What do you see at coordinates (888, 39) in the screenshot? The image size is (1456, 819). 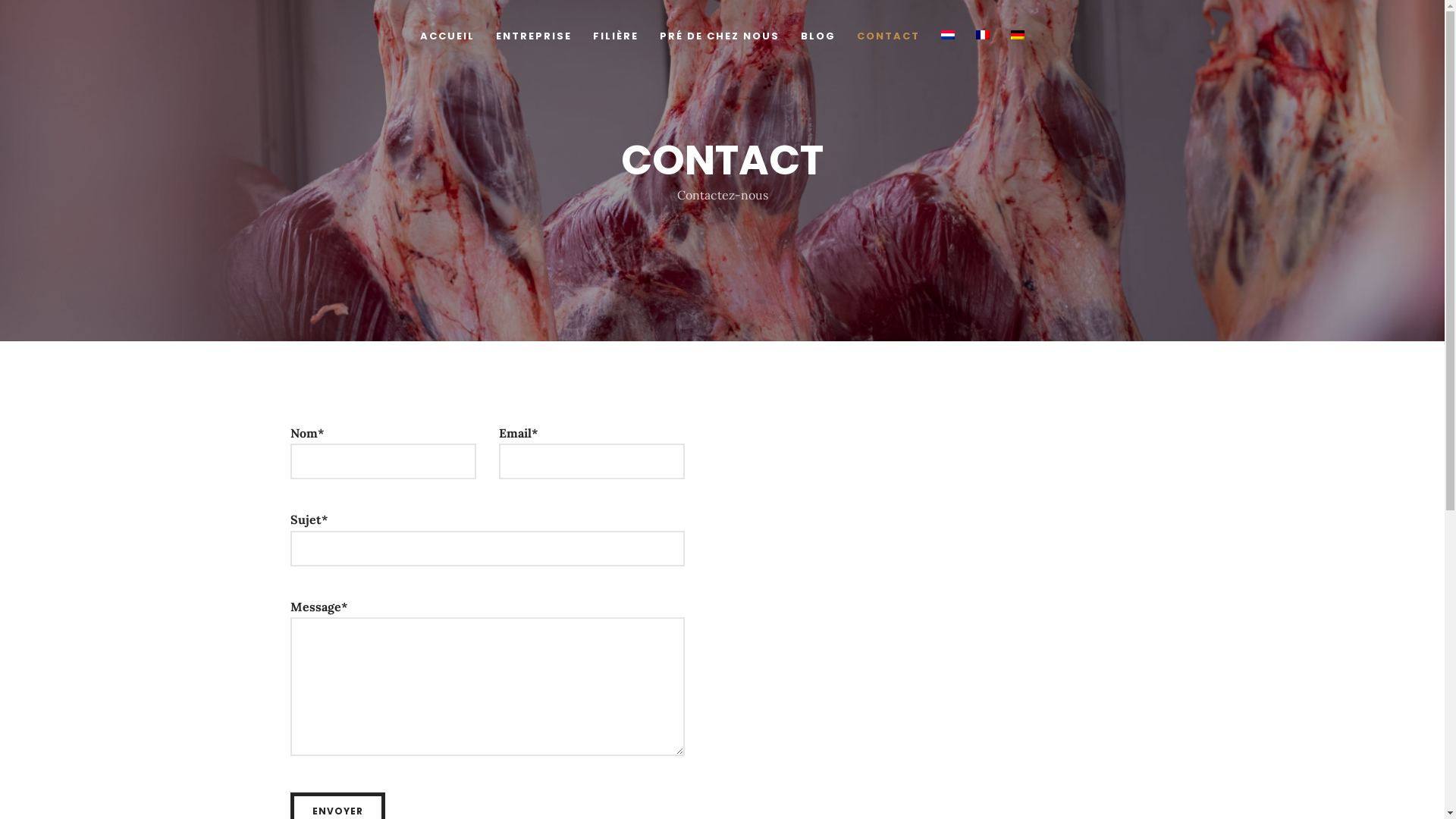 I see `'CONTACT'` at bounding box center [888, 39].